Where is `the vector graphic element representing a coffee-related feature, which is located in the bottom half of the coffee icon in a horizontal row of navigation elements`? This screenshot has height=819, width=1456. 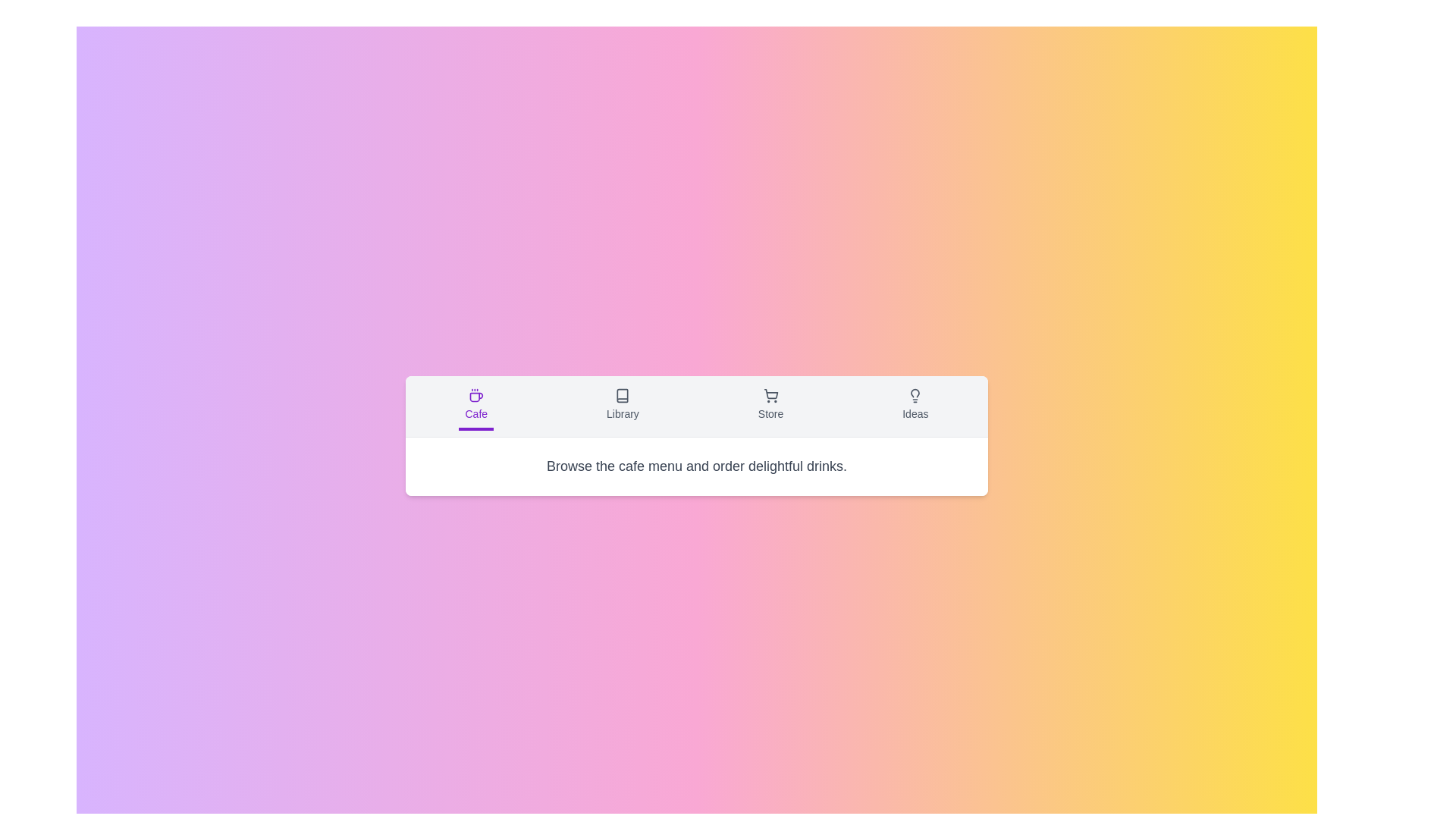 the vector graphic element representing a coffee-related feature, which is located in the bottom half of the coffee icon in a horizontal row of navigation elements is located at coordinates (475, 396).